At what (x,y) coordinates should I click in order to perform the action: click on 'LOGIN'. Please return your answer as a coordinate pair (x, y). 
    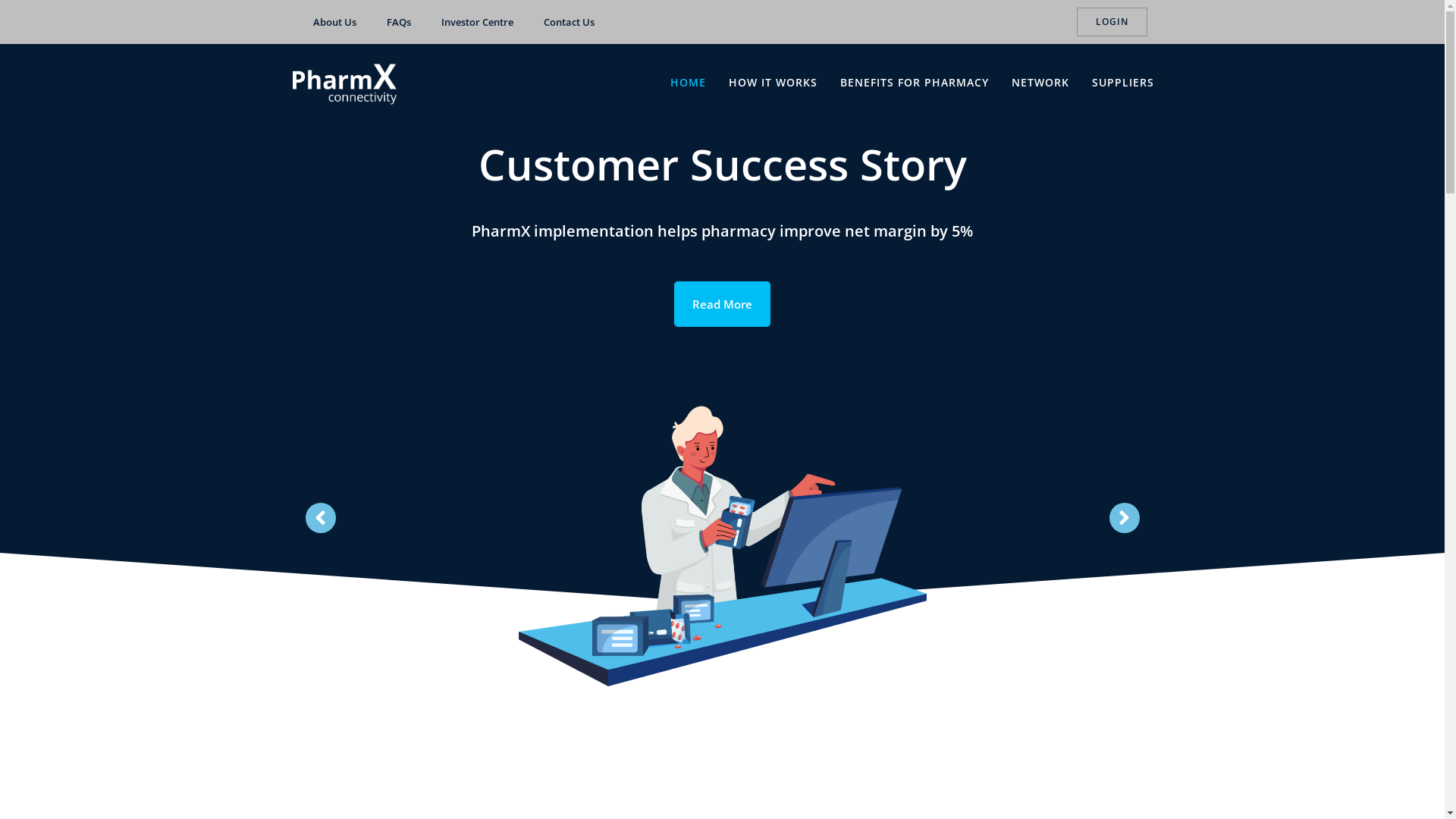
    Looking at the image, I should click on (1112, 22).